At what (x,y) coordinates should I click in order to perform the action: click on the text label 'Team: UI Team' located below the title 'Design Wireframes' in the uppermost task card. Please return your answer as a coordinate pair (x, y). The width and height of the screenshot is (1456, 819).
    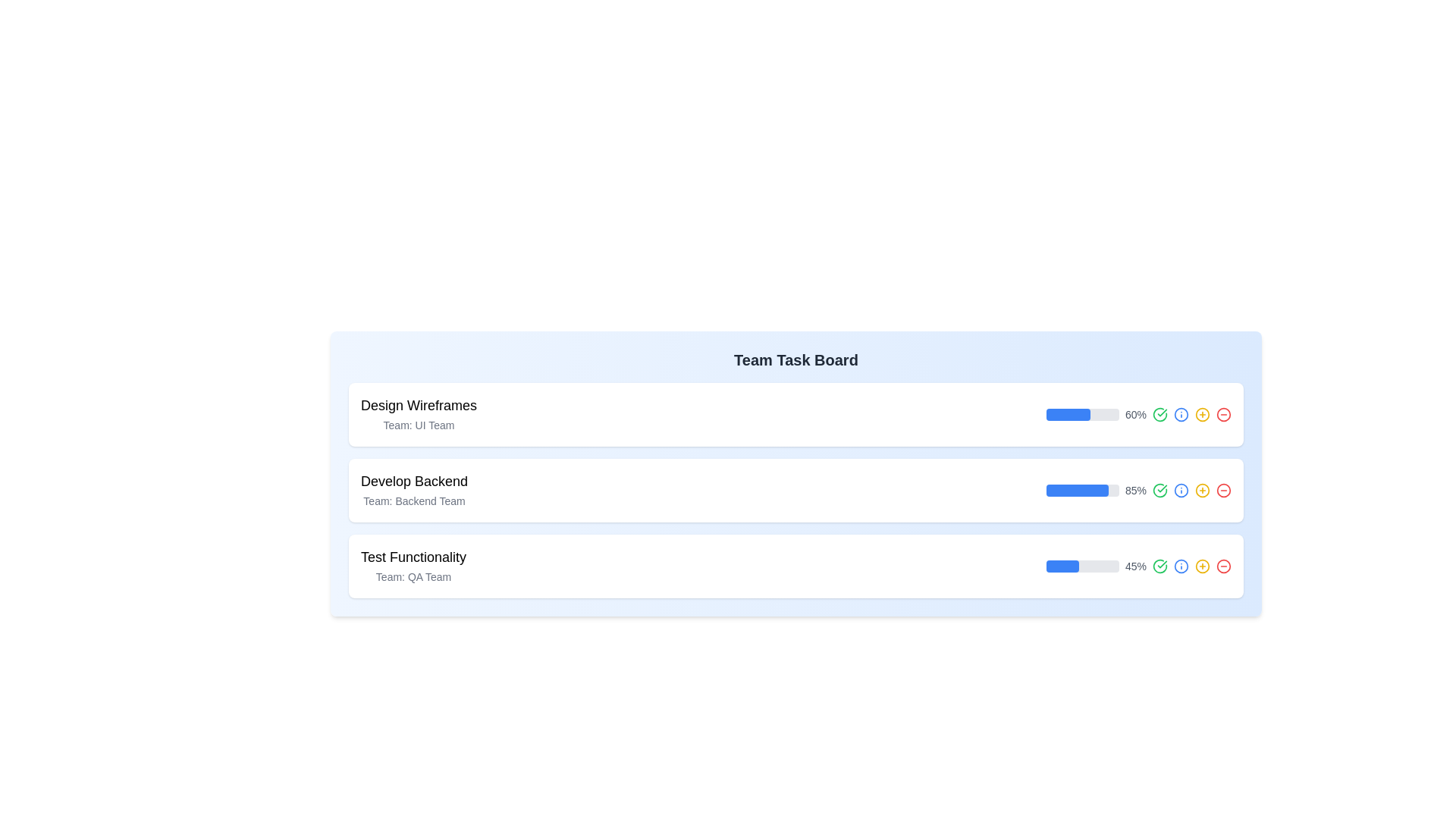
    Looking at the image, I should click on (419, 425).